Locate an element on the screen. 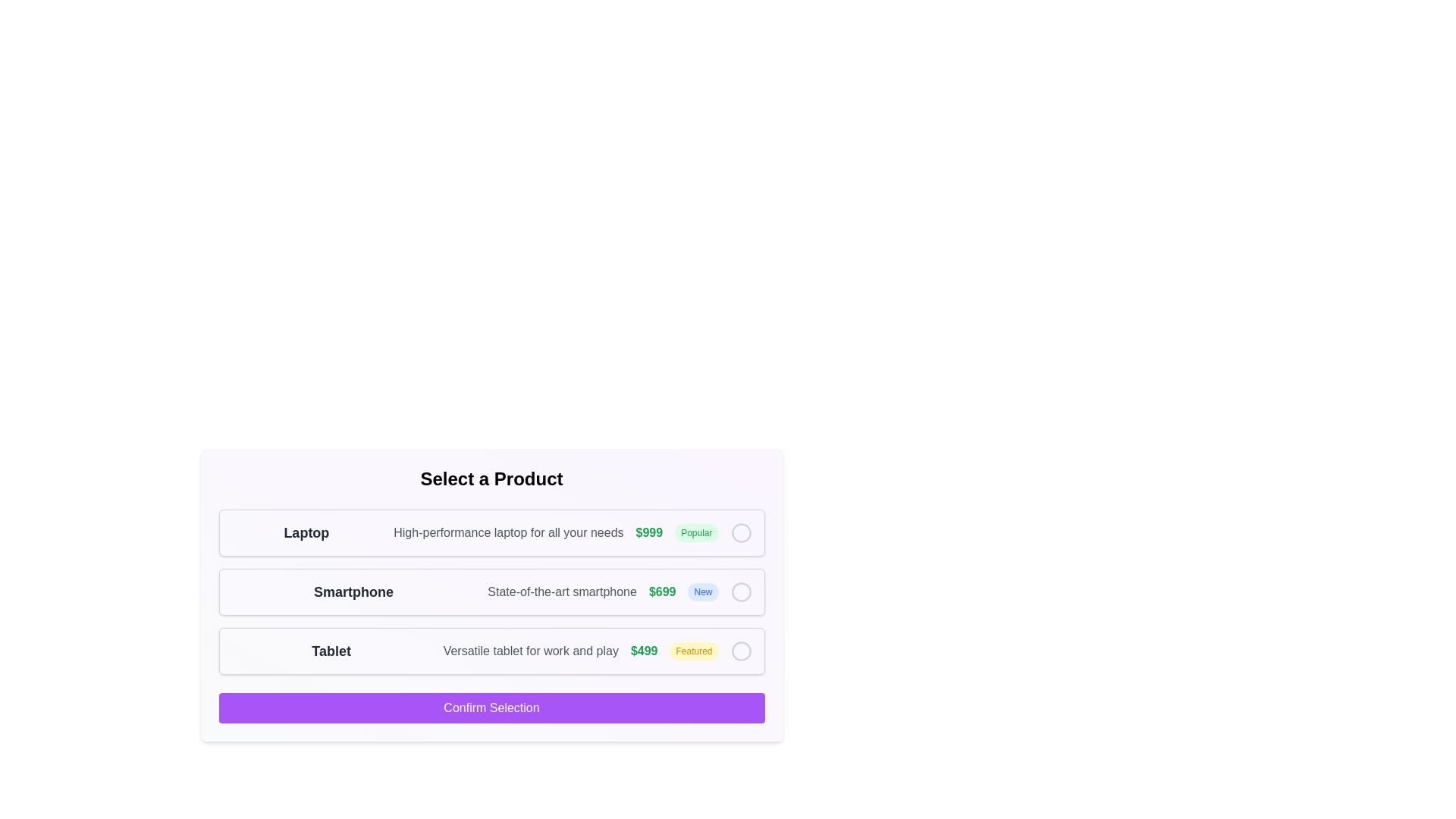 The image size is (1456, 819). the 'Tablet' product option from the selectable list by clicking on its associated radio button, which is the third item in the list below 'Smartphone' is located at coordinates (491, 651).